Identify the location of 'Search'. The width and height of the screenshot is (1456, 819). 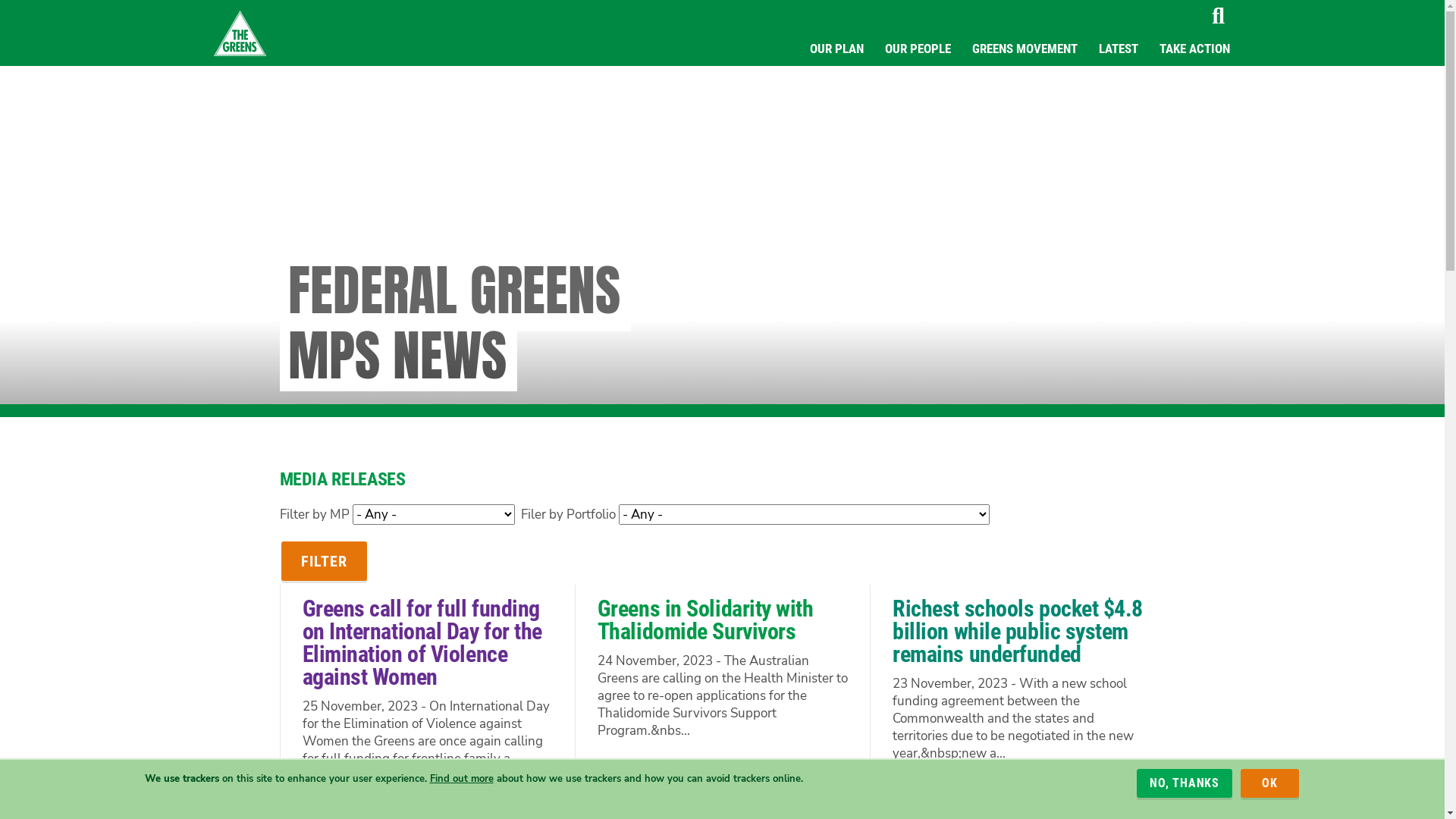
(1217, 15).